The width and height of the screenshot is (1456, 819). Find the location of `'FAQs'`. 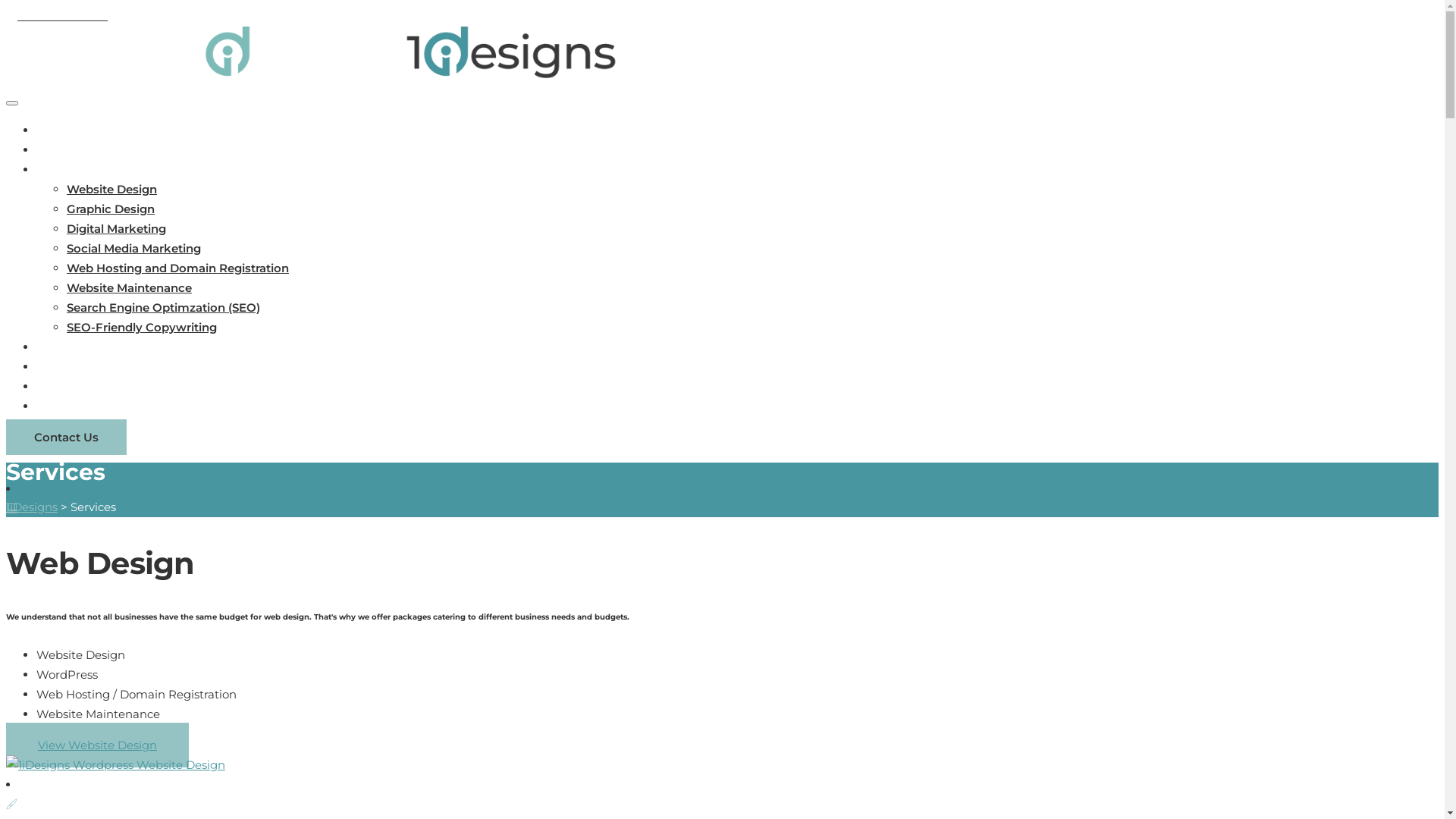

'FAQs' is located at coordinates (52, 366).